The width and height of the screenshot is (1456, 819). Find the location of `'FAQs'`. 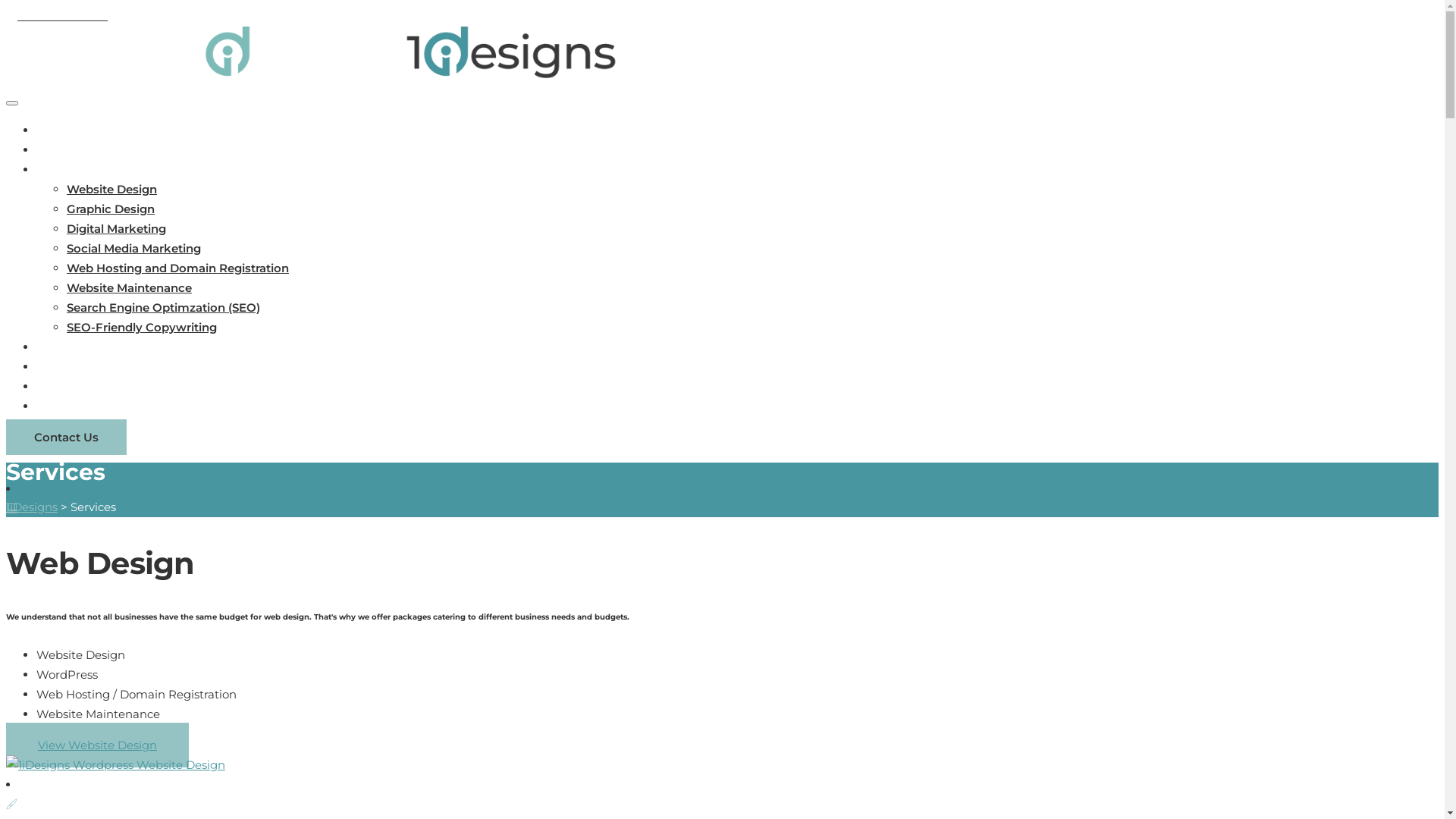

'FAQs' is located at coordinates (52, 366).